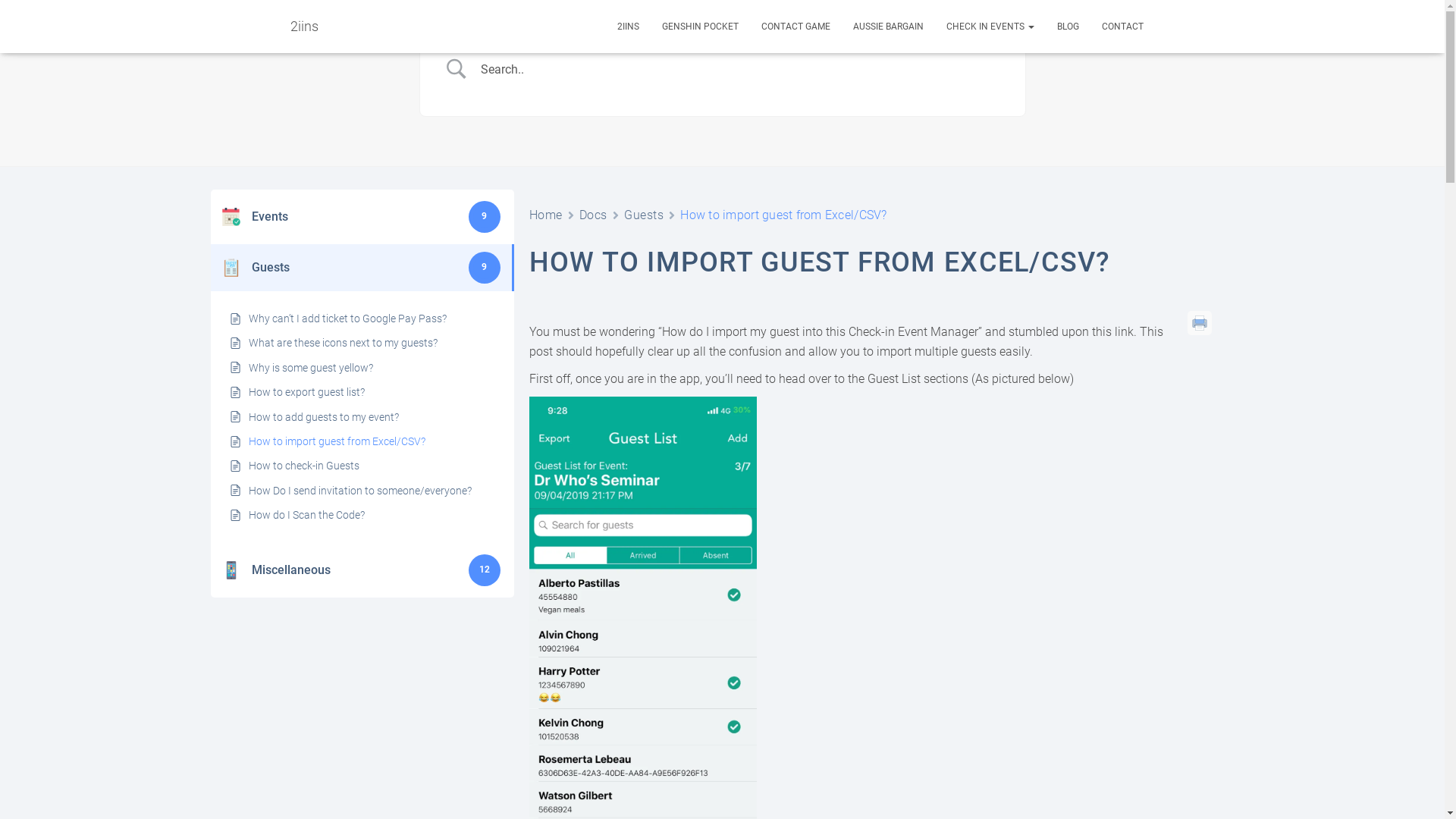  Describe the element at coordinates (546, 215) in the screenshot. I see `'Home'` at that location.